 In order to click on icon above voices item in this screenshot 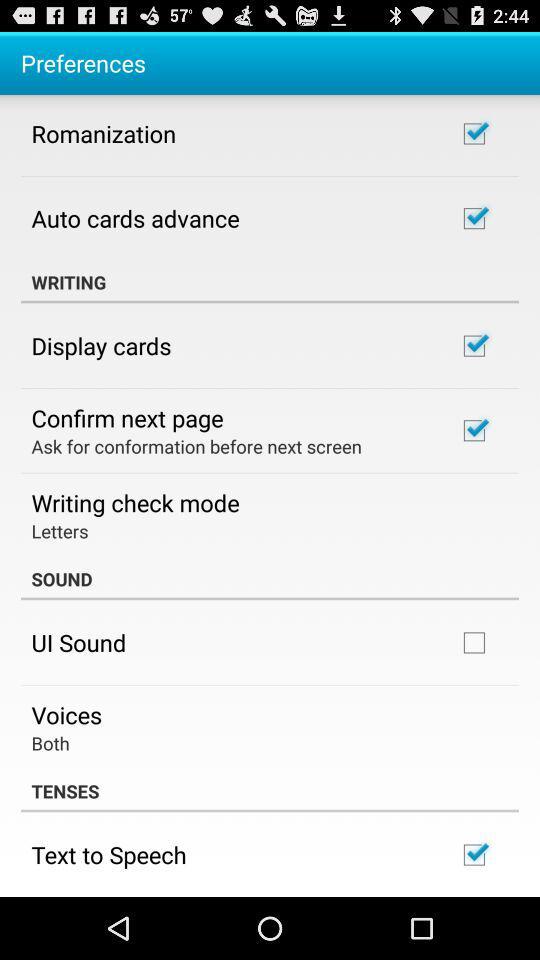, I will do `click(77, 641)`.